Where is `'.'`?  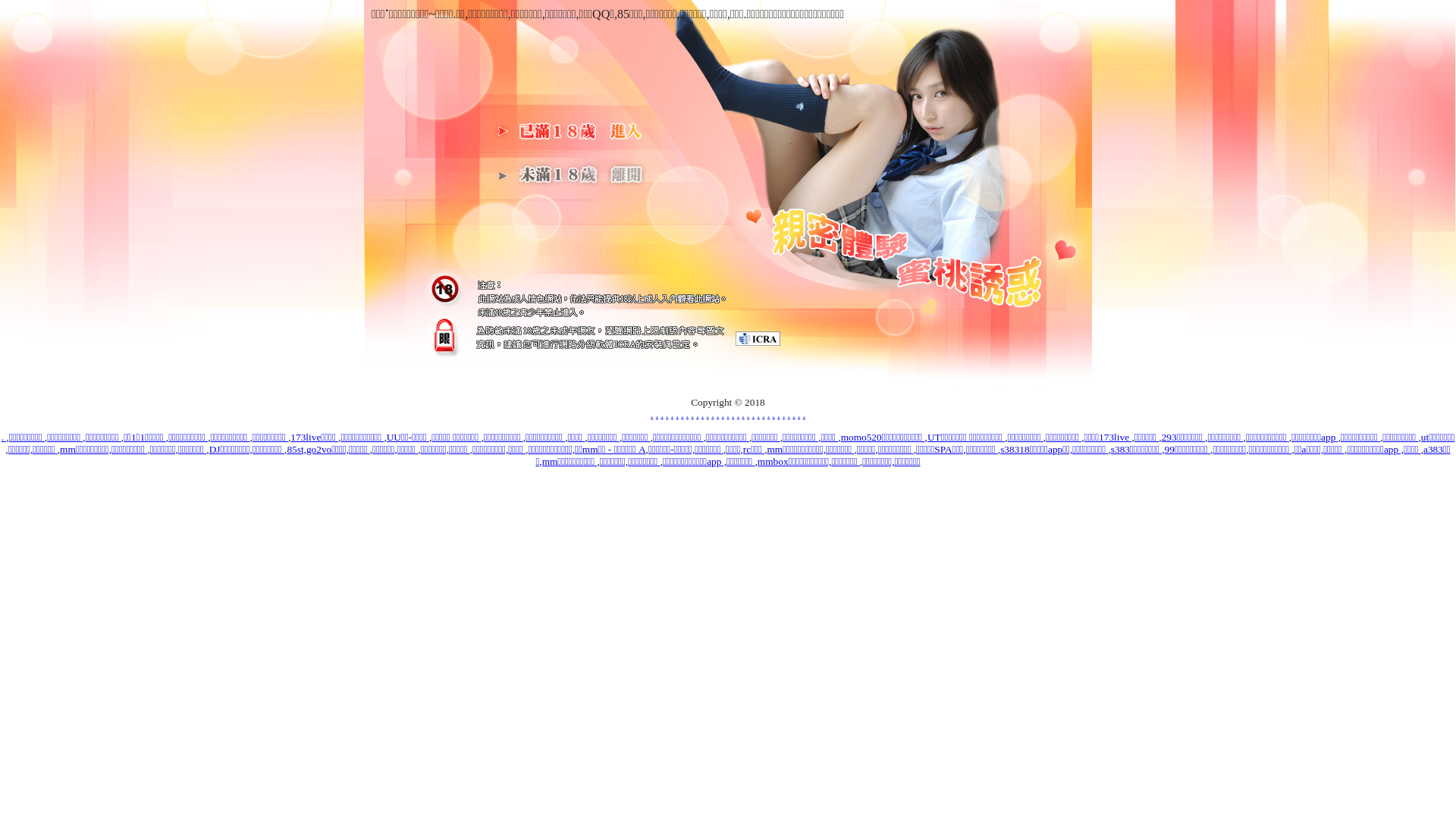
'.' is located at coordinates (707, 414).